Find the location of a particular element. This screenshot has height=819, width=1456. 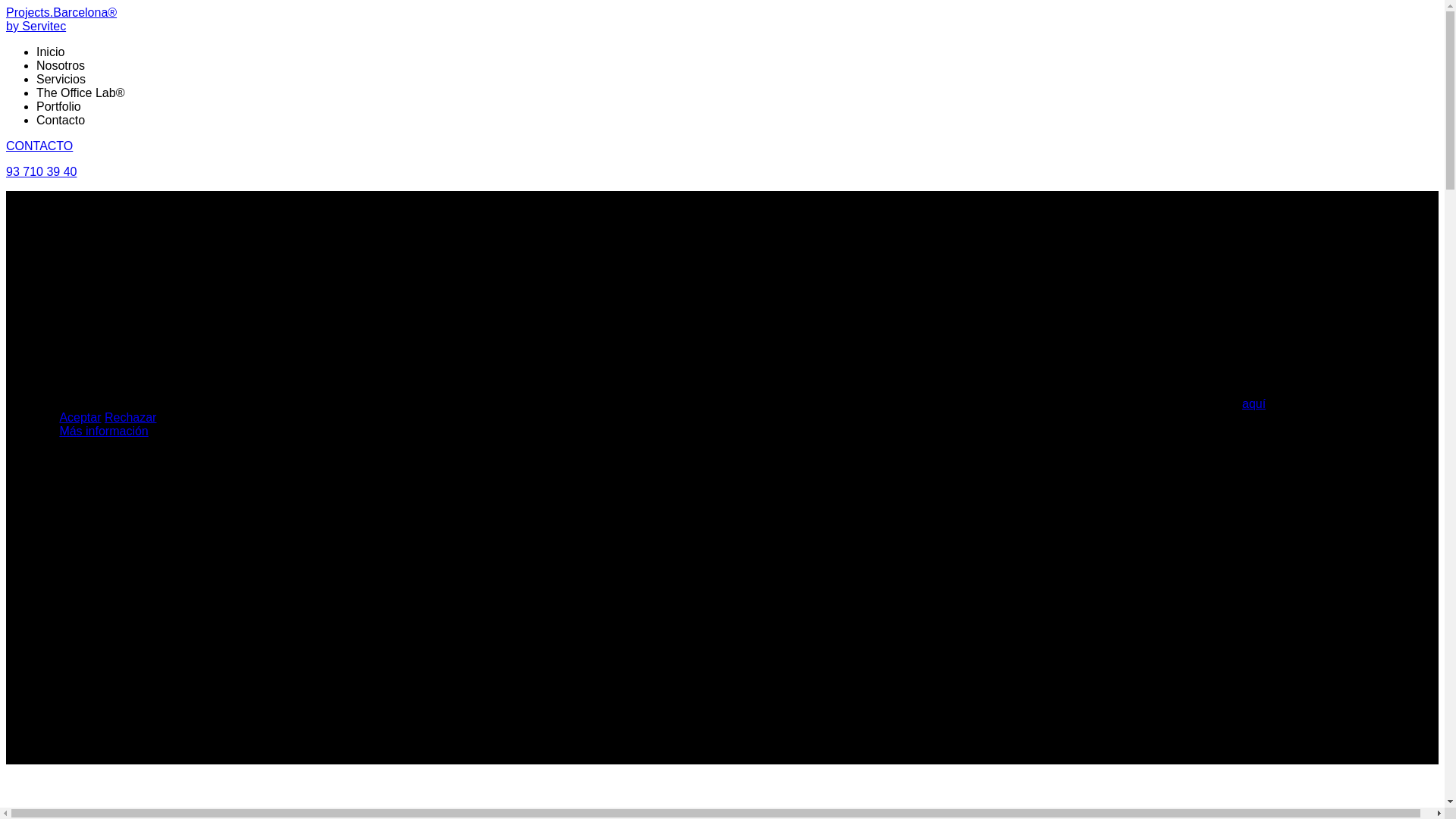

'Nosotros' is located at coordinates (36, 64).